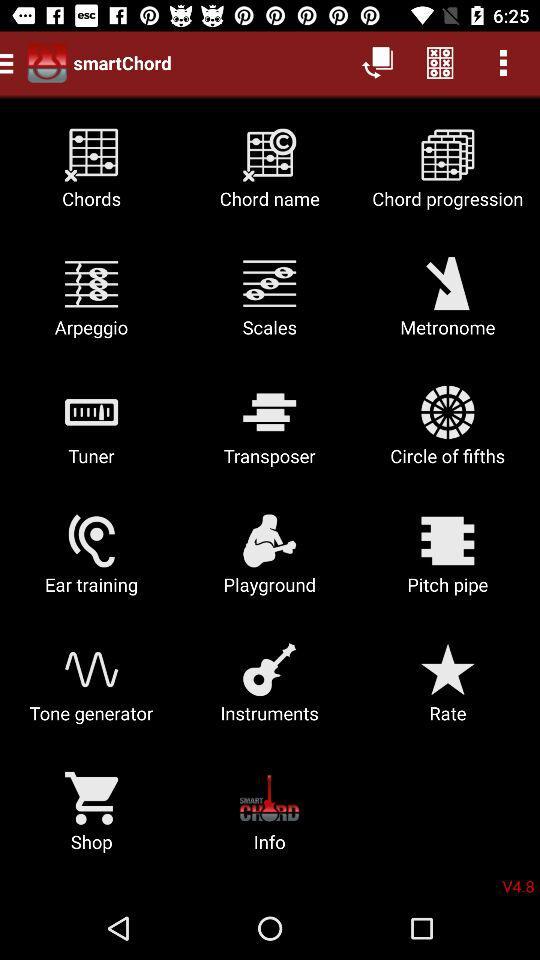  What do you see at coordinates (90, 818) in the screenshot?
I see `the icon below the tone generator icon` at bounding box center [90, 818].